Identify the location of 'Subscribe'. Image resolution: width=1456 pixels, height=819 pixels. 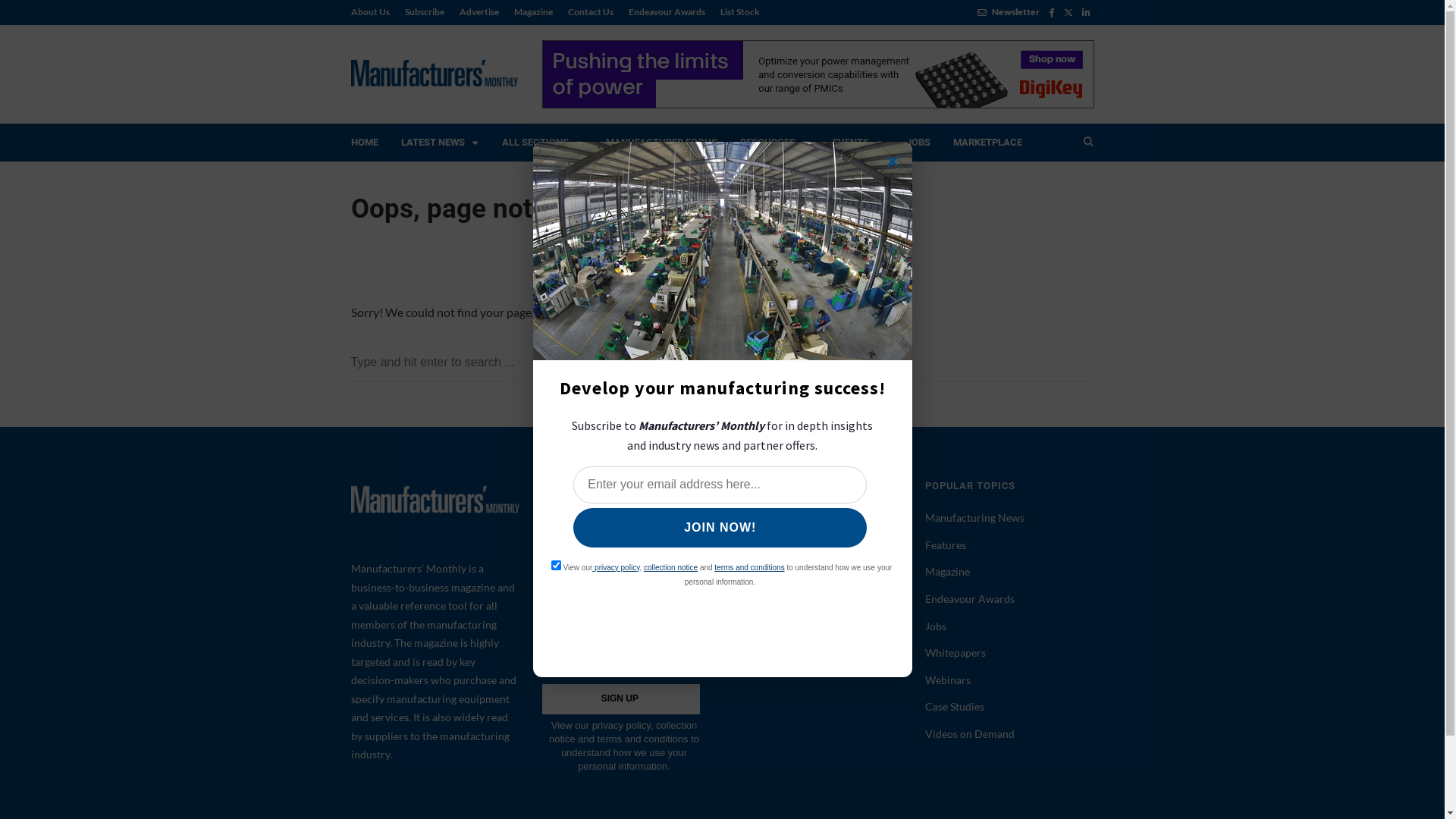
(425, 11).